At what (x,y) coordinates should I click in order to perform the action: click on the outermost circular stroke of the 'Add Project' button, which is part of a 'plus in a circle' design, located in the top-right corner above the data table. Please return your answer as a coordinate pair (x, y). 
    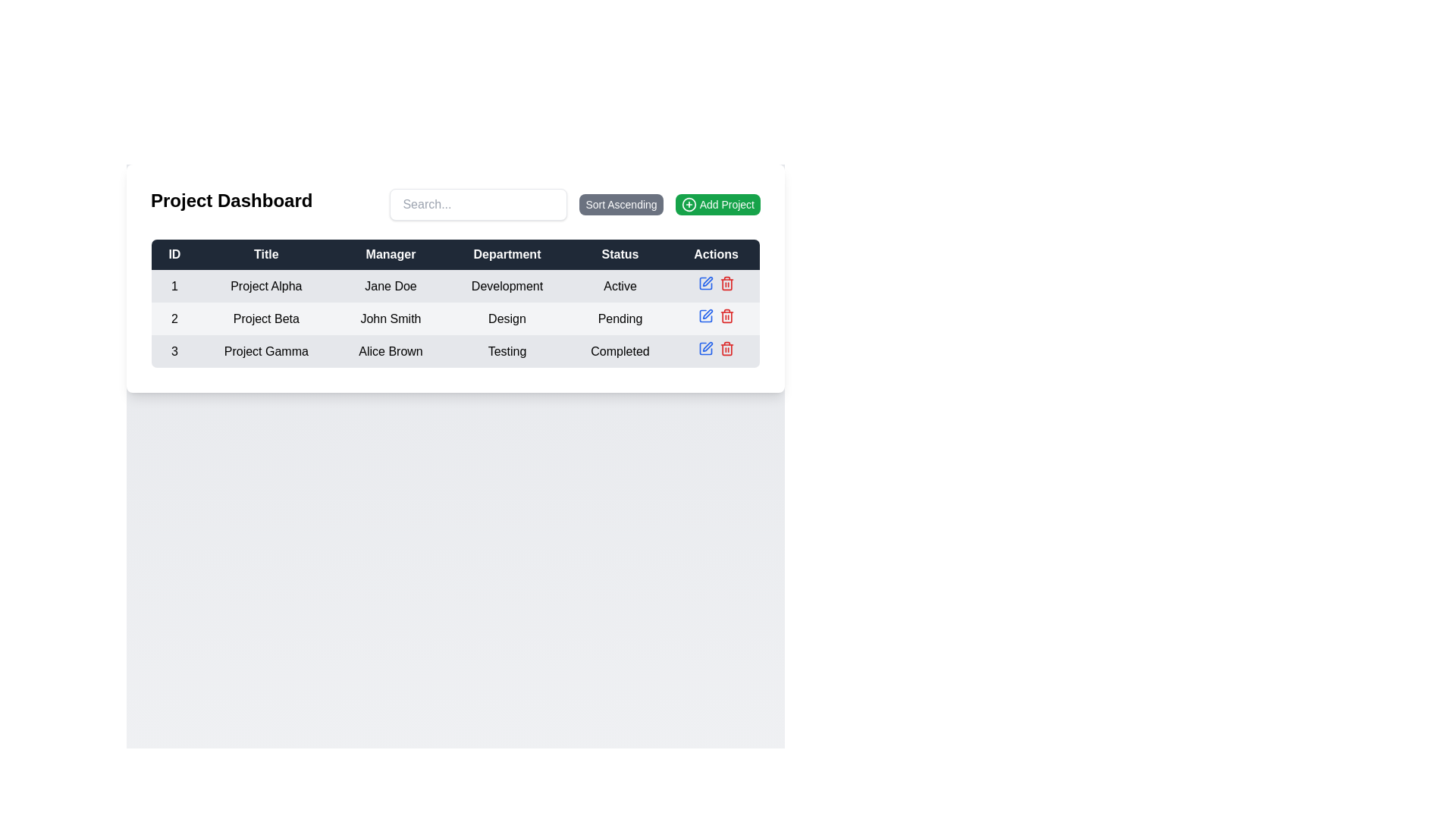
    Looking at the image, I should click on (688, 205).